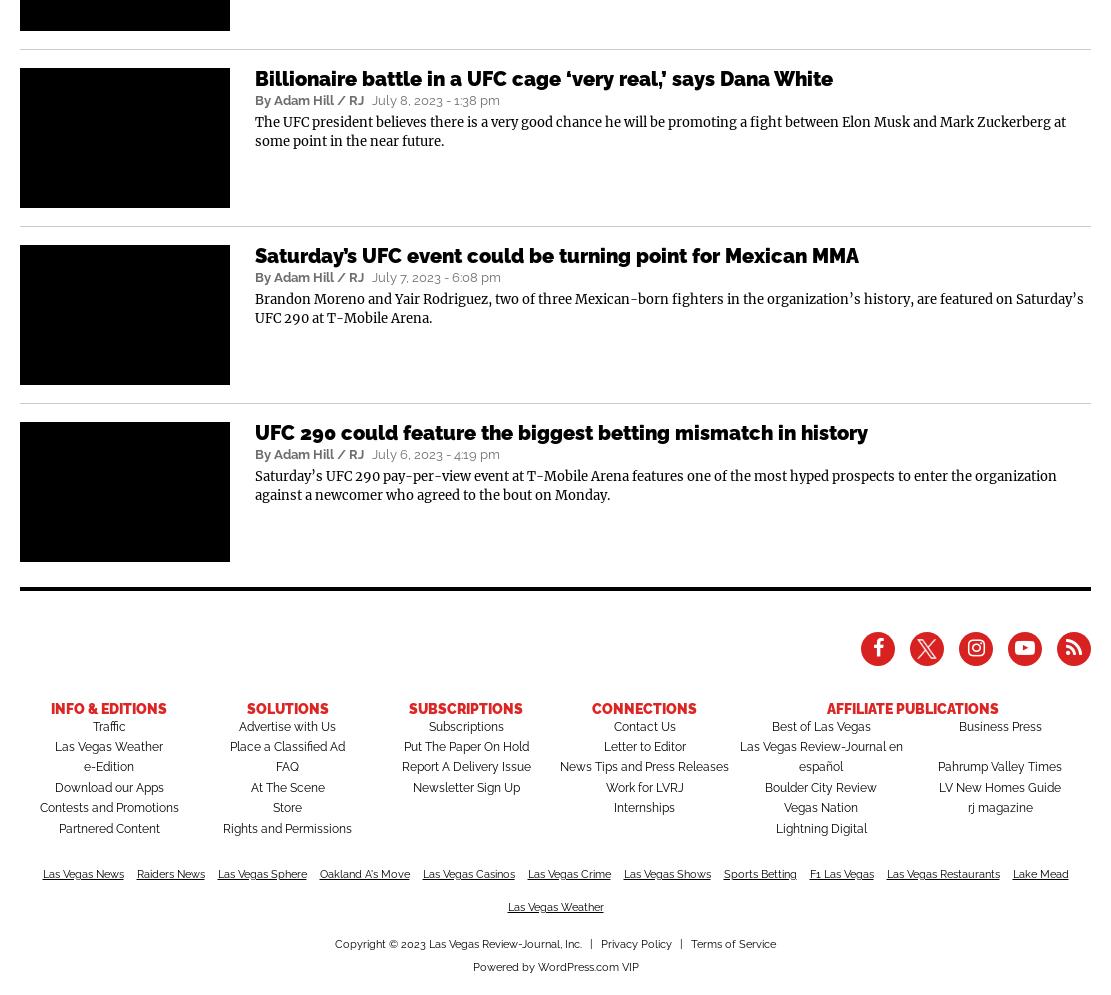 This screenshot has height=995, width=1111. I want to click on 'SUBSCRIPTIONS', so click(464, 708).